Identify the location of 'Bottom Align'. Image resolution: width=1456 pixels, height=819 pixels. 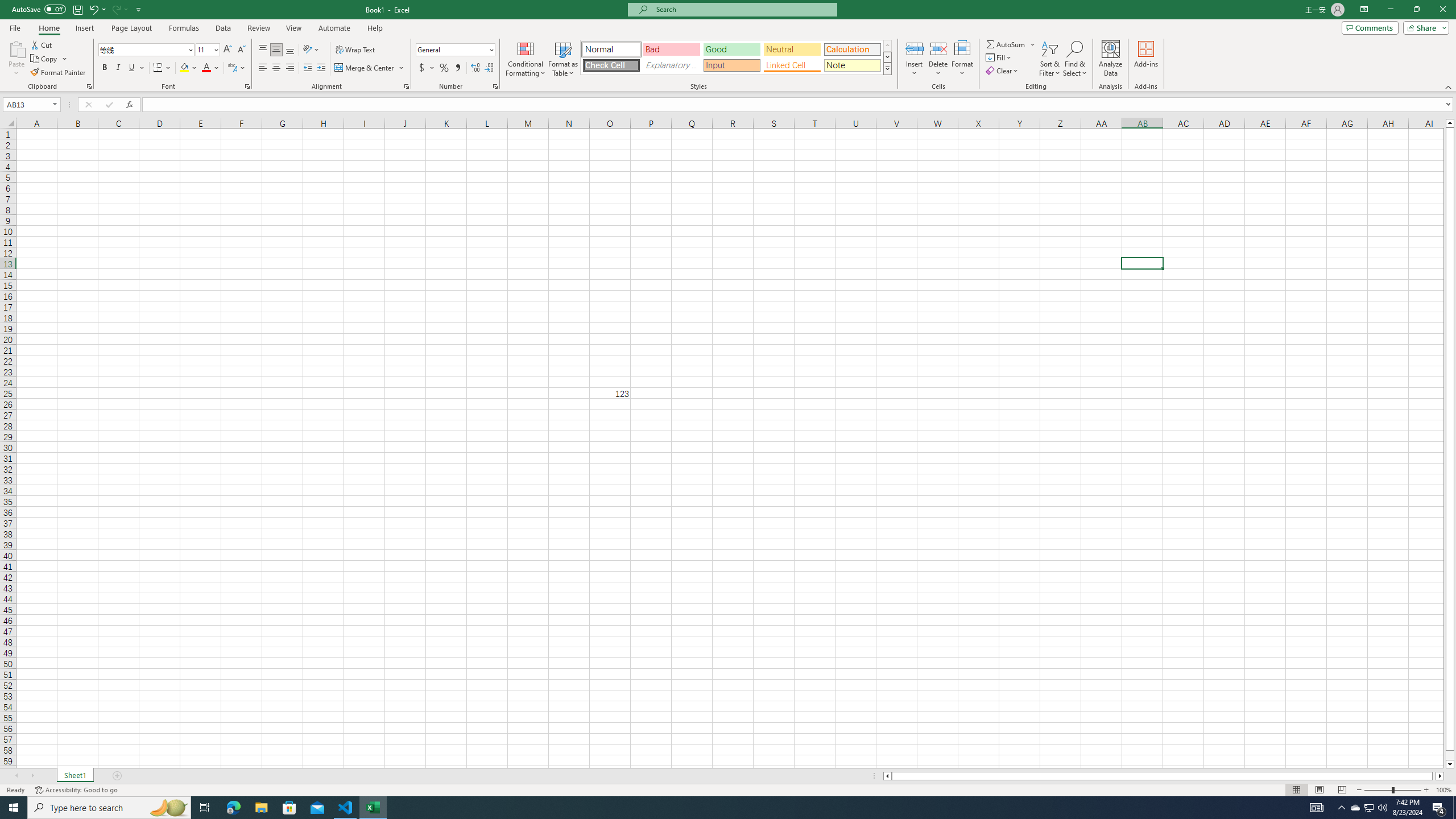
(289, 49).